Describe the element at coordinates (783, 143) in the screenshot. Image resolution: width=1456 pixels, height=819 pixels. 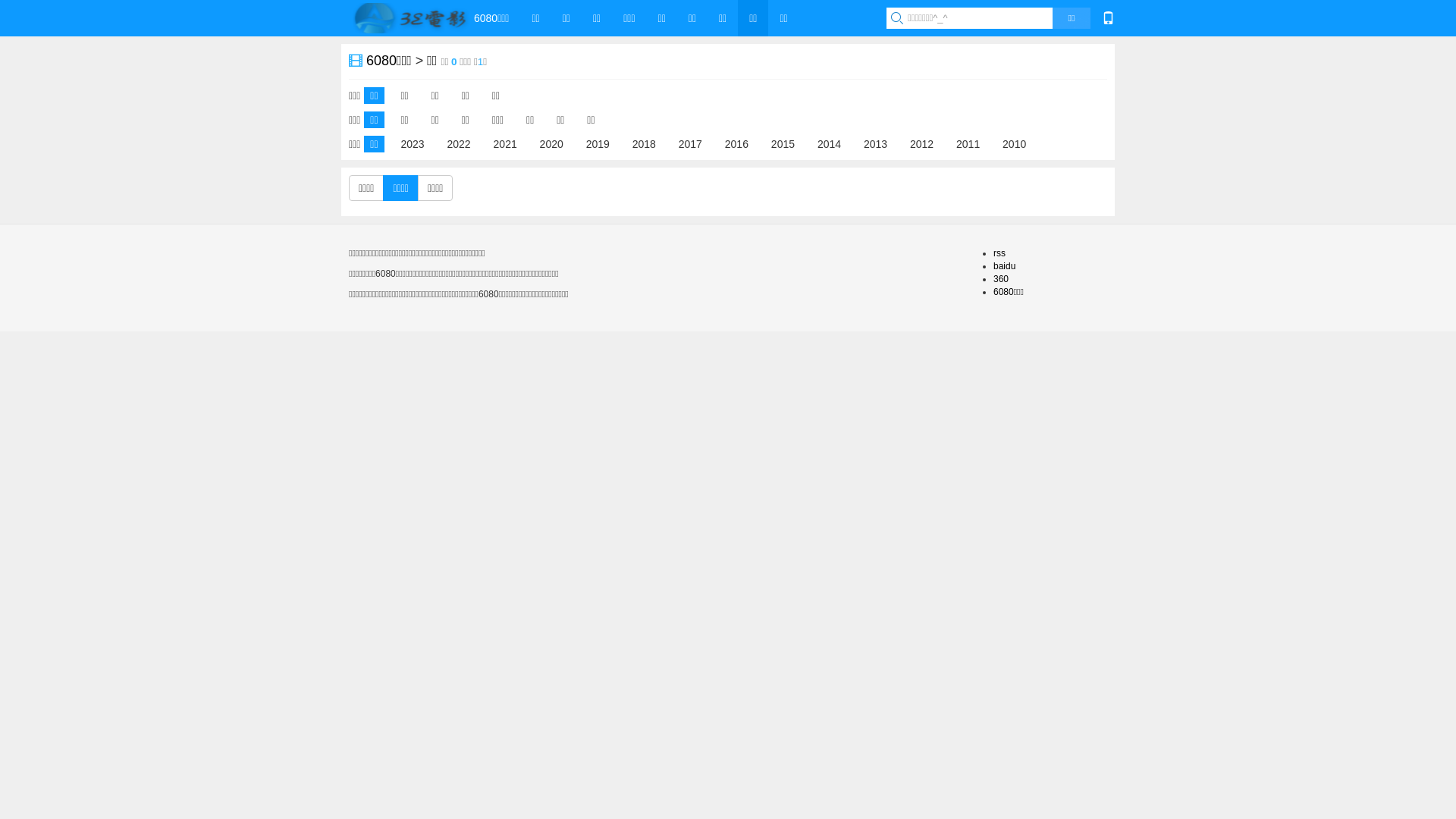
I see `'2015'` at that location.